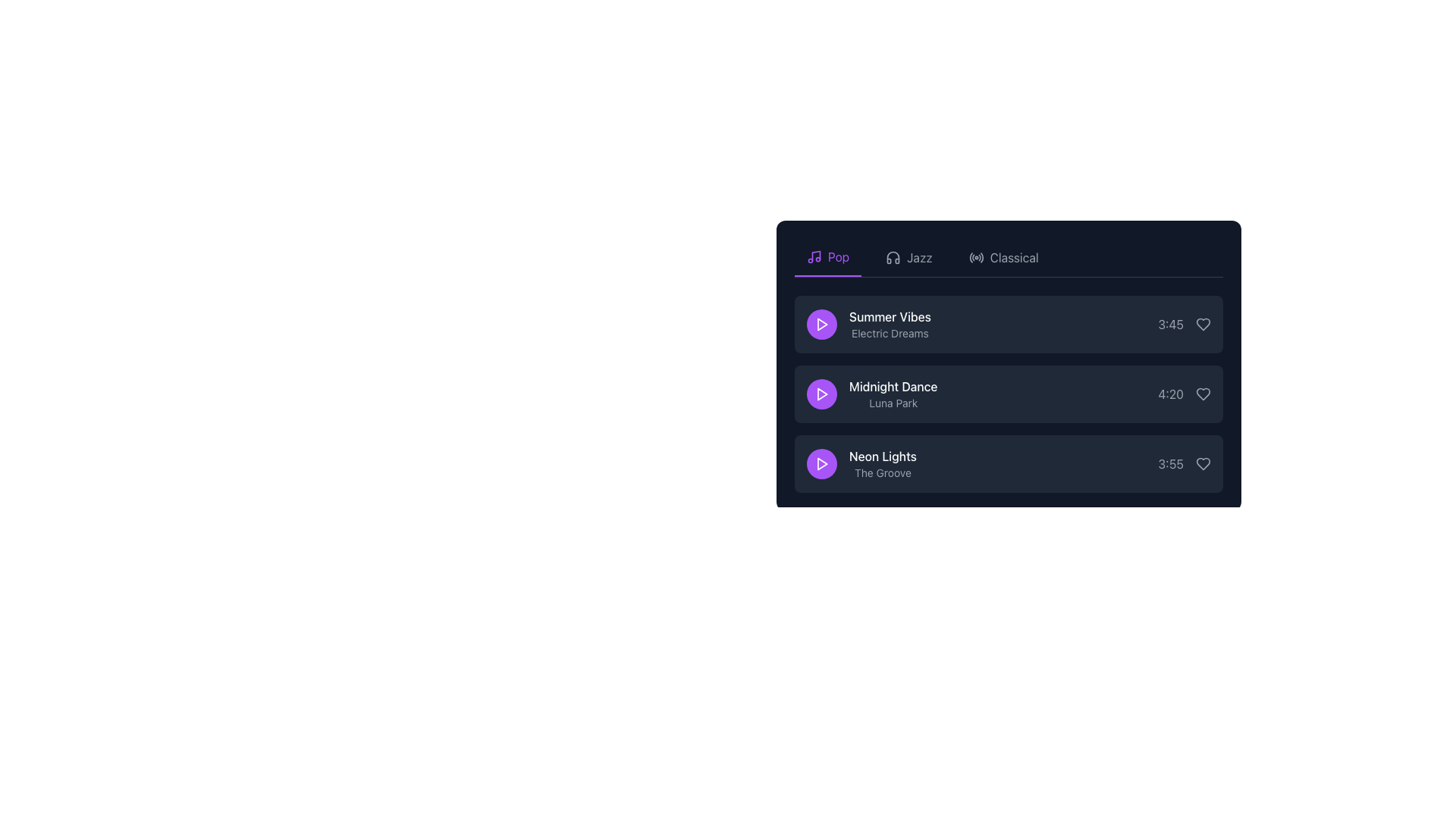 The height and width of the screenshot is (819, 1456). What do you see at coordinates (821, 324) in the screenshot?
I see `the triangular play icon with a white stroke on a transparent background, located inside a purple circular button, to initiate playback` at bounding box center [821, 324].